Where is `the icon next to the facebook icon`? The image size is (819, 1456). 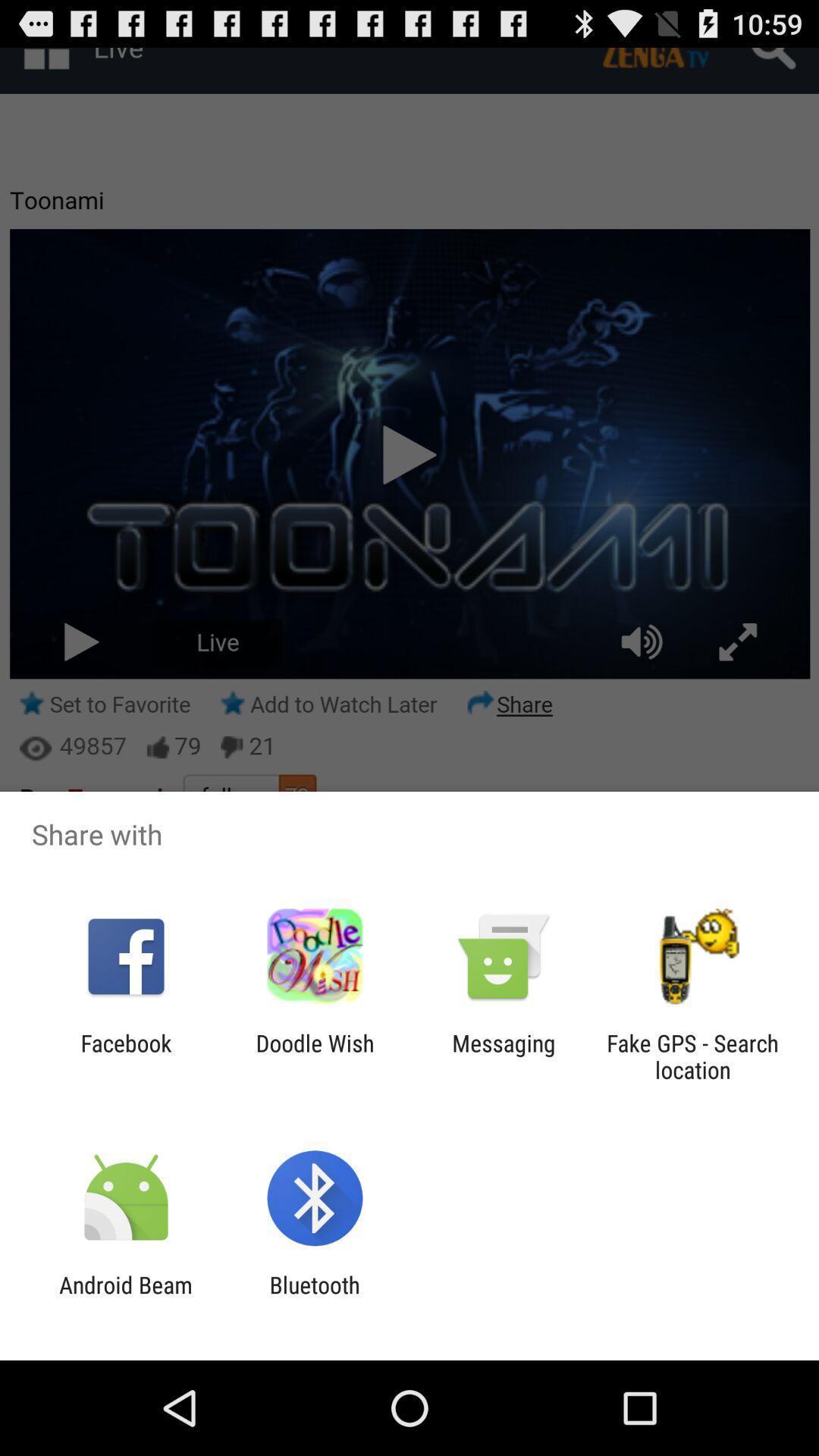
the icon next to the facebook icon is located at coordinates (314, 1056).